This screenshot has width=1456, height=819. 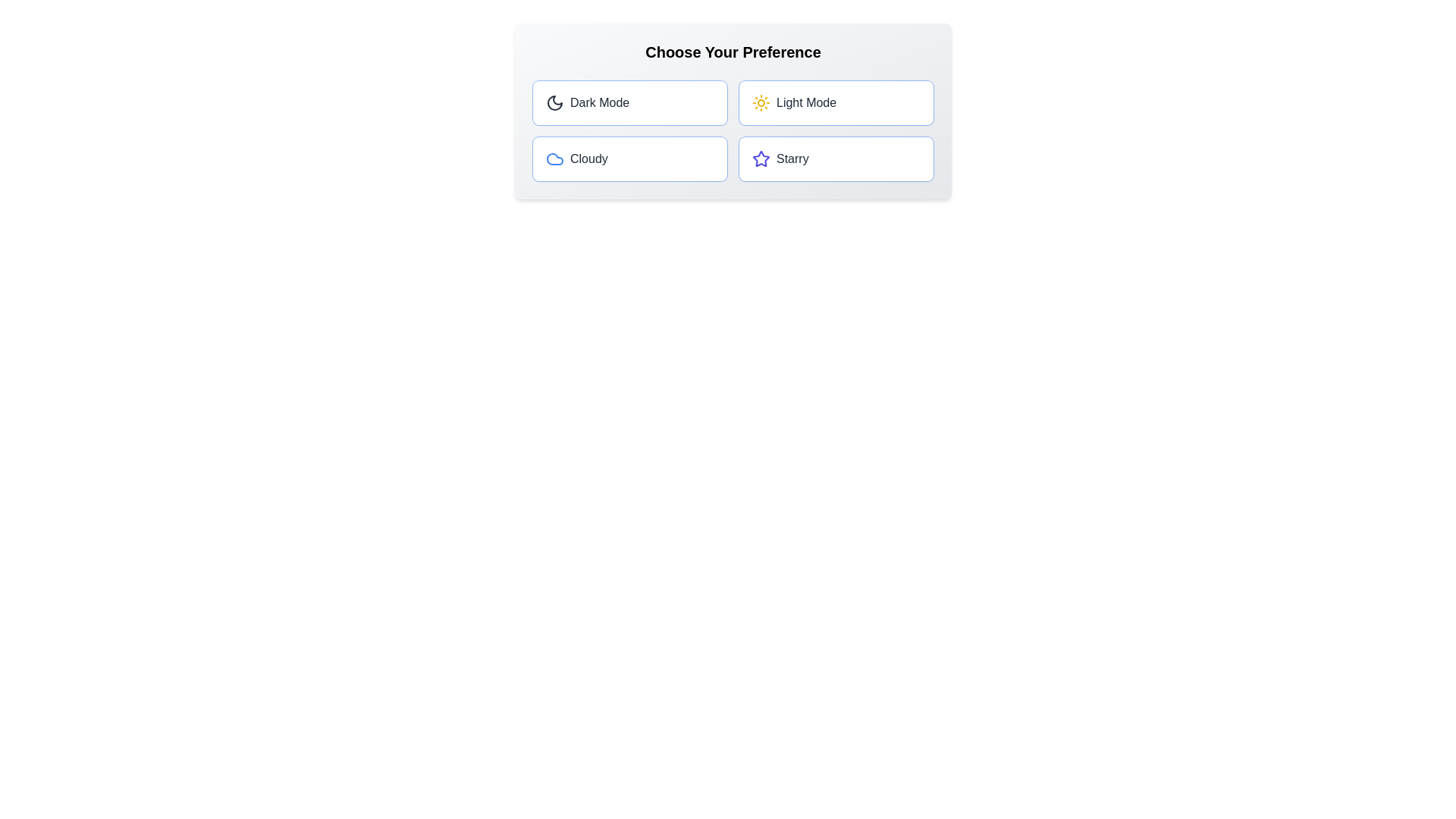 What do you see at coordinates (554, 102) in the screenshot?
I see `the 'Dark Mode' icon located on the left side of the 'Dark Mode' text` at bounding box center [554, 102].